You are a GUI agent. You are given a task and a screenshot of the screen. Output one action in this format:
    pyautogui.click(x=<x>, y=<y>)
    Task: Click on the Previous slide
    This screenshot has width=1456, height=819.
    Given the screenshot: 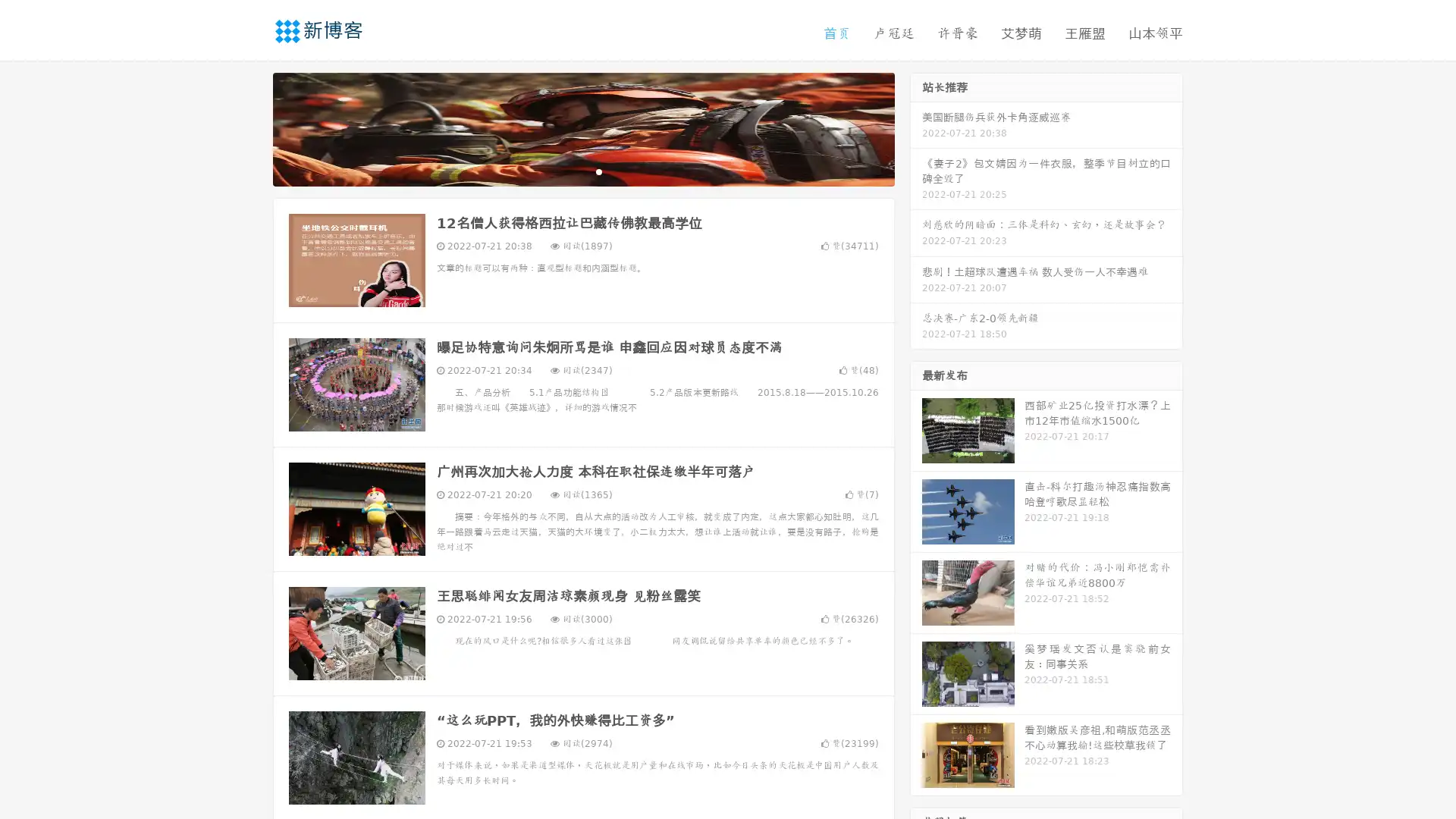 What is the action you would take?
    pyautogui.click(x=250, y=127)
    